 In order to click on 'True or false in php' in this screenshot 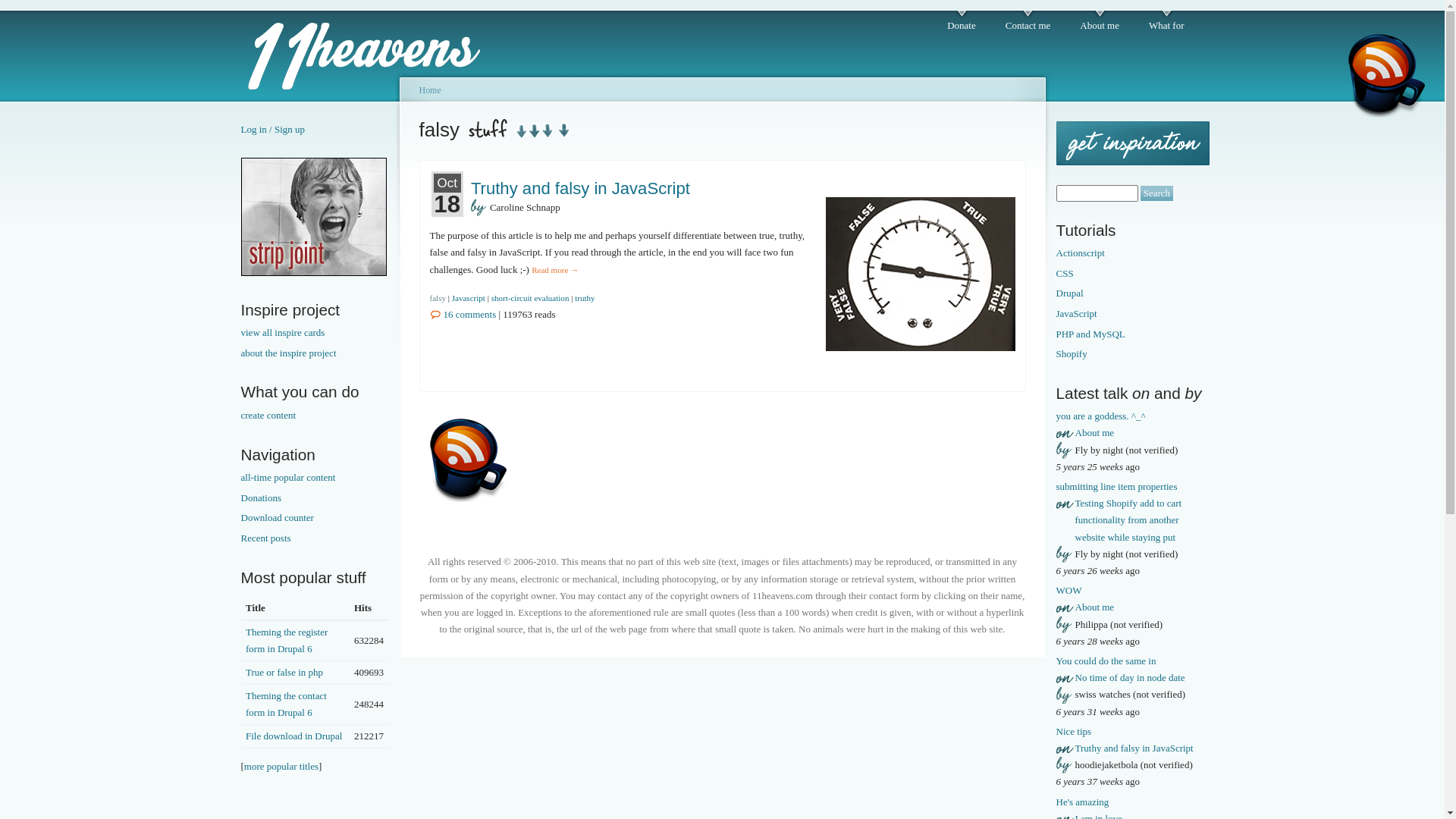, I will do `click(246, 671)`.